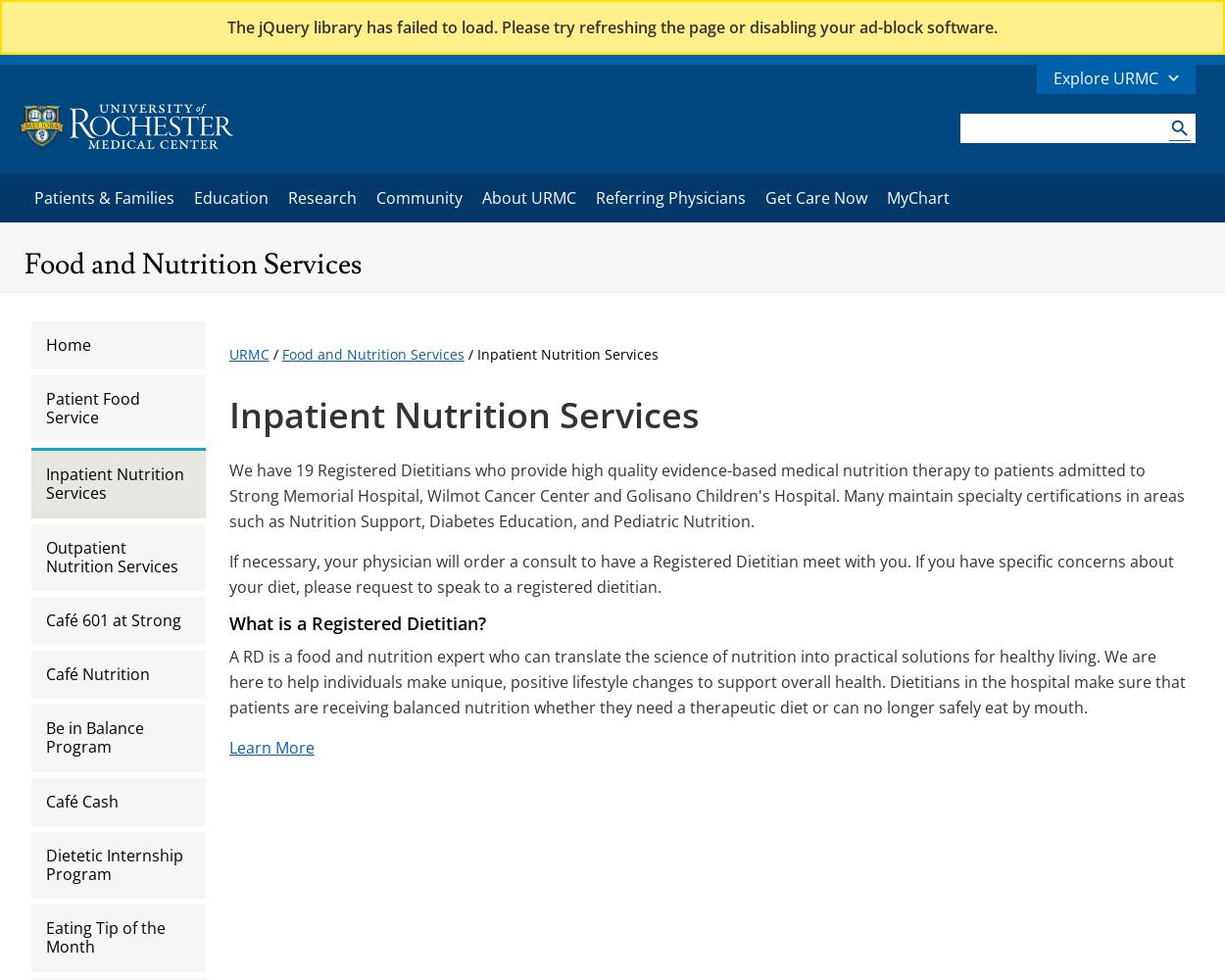  What do you see at coordinates (81, 800) in the screenshot?
I see `'Café Cash'` at bounding box center [81, 800].